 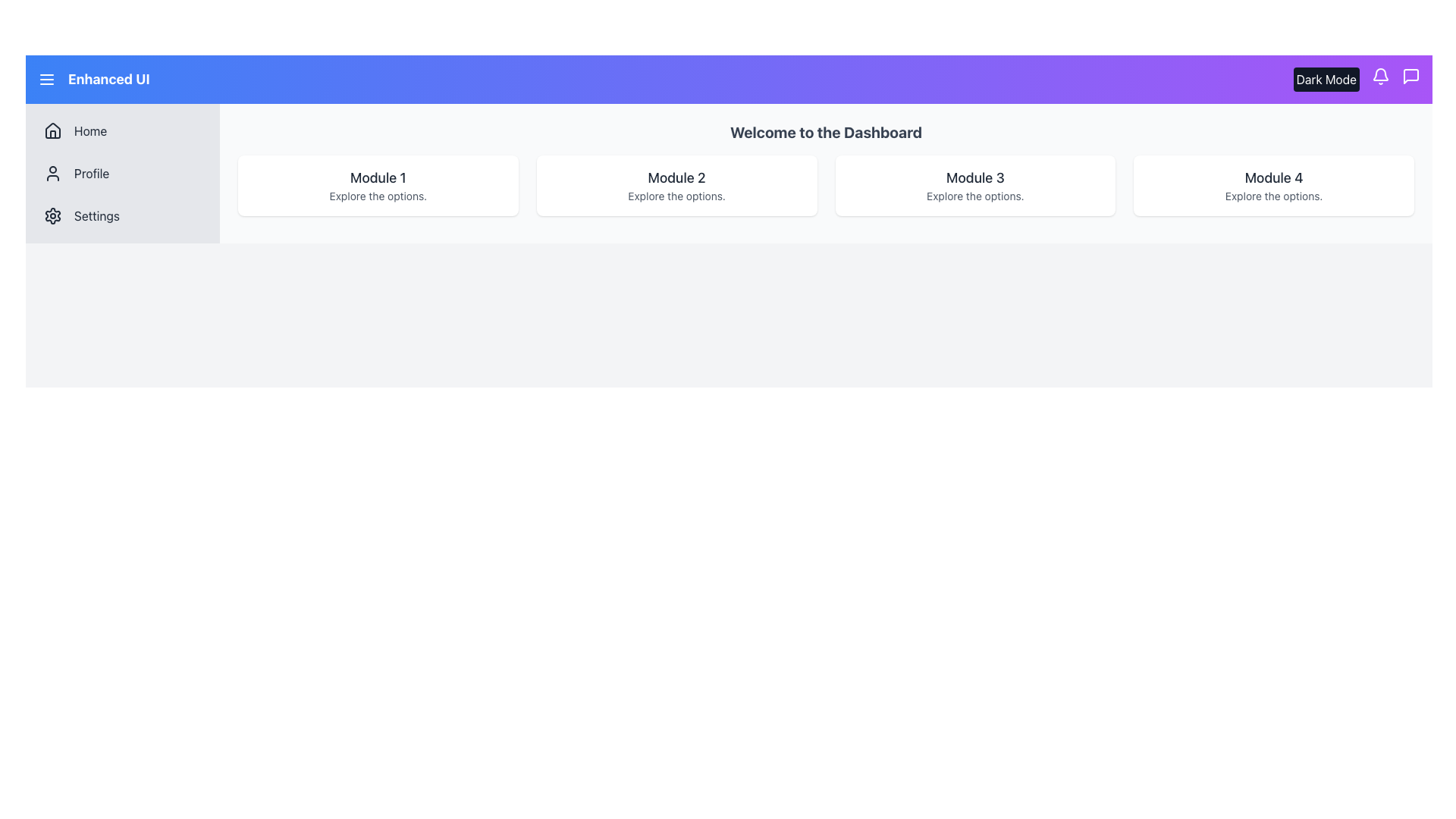 What do you see at coordinates (975, 195) in the screenshot?
I see `the text element containing 'Explore the options.' which is positioned below 'Module 3' in the third card of a horizontal row` at bounding box center [975, 195].